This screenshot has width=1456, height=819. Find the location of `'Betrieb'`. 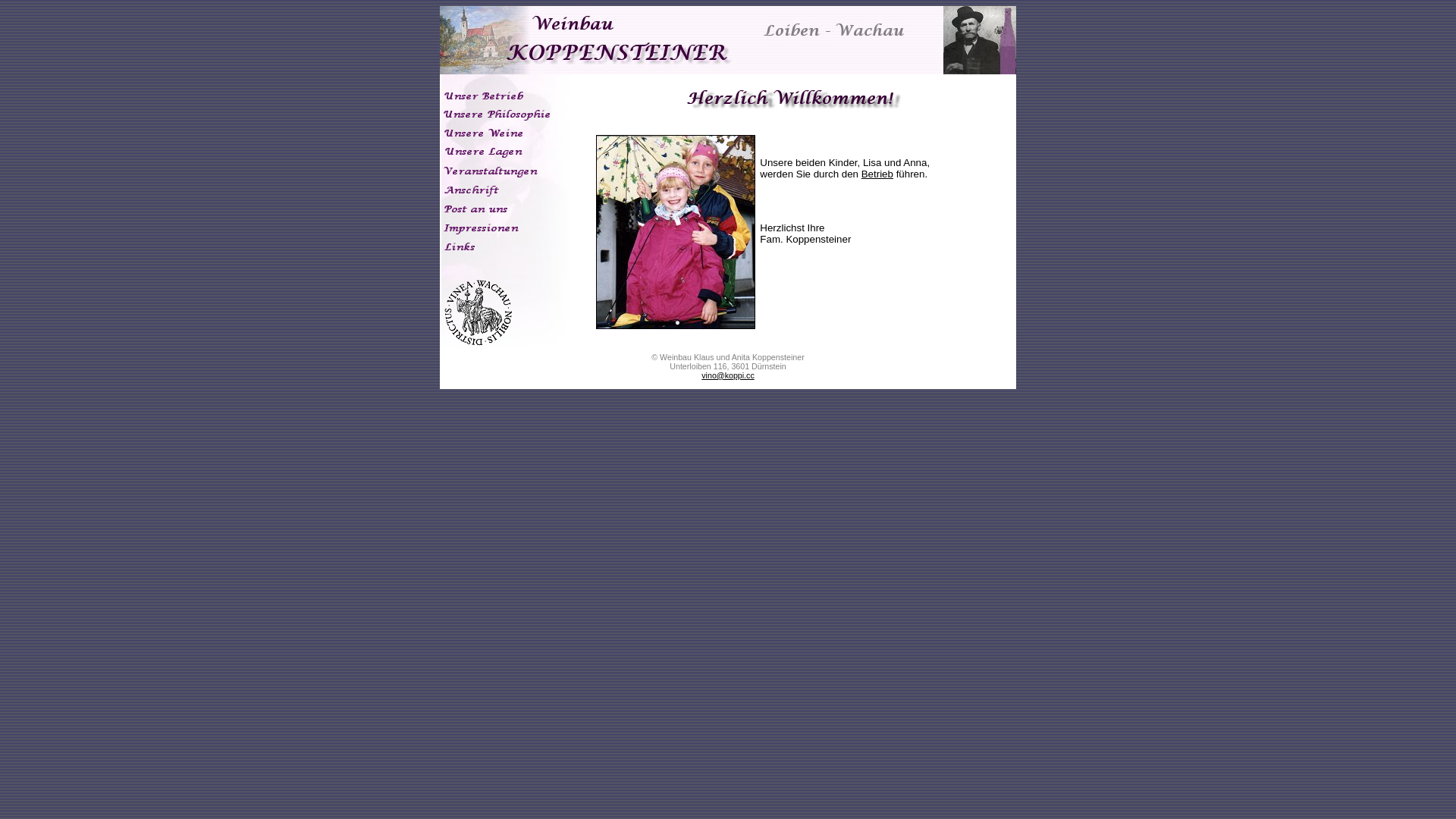

'Betrieb' is located at coordinates (877, 173).